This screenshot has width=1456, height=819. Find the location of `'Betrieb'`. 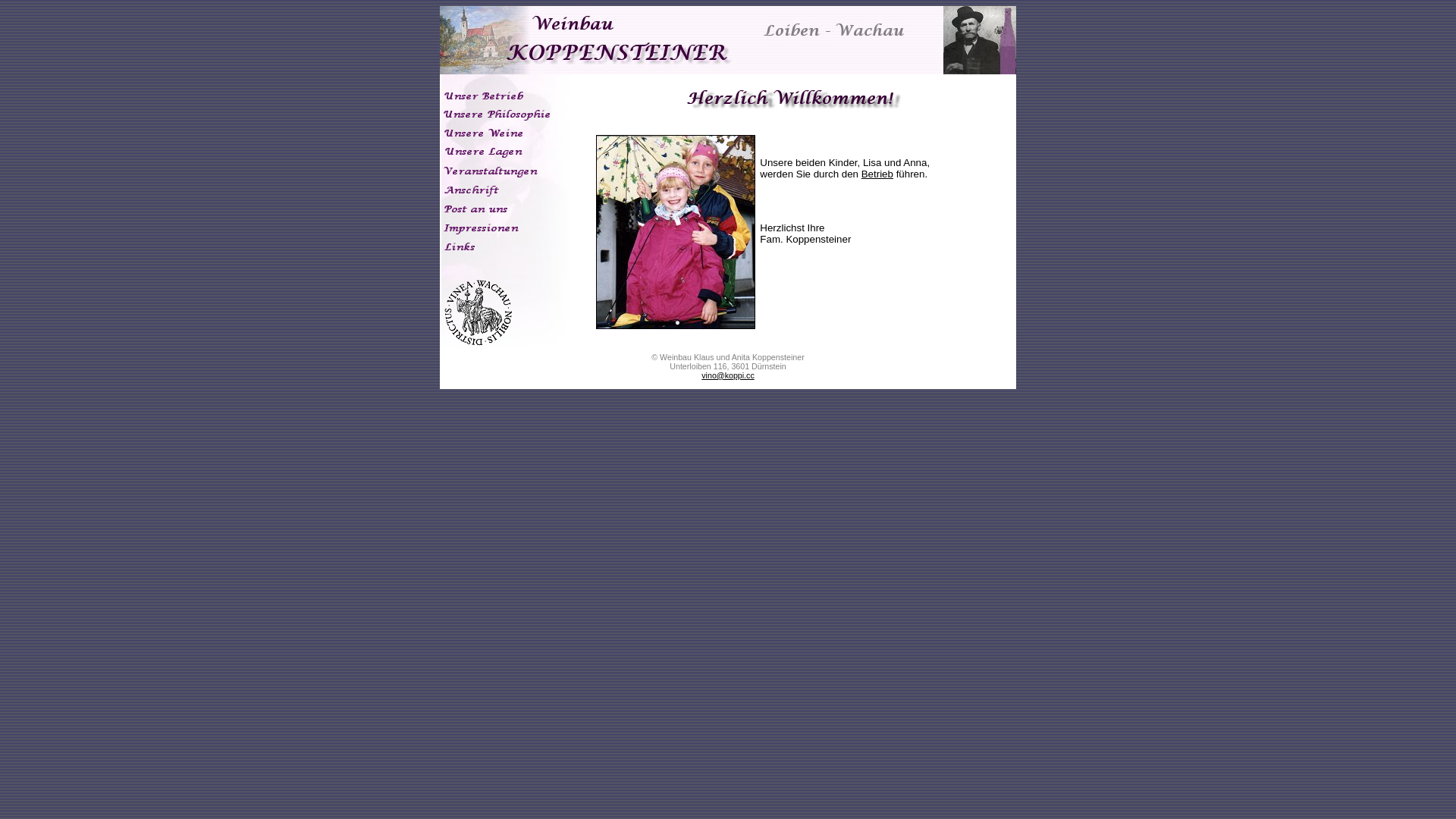

'Betrieb' is located at coordinates (877, 173).